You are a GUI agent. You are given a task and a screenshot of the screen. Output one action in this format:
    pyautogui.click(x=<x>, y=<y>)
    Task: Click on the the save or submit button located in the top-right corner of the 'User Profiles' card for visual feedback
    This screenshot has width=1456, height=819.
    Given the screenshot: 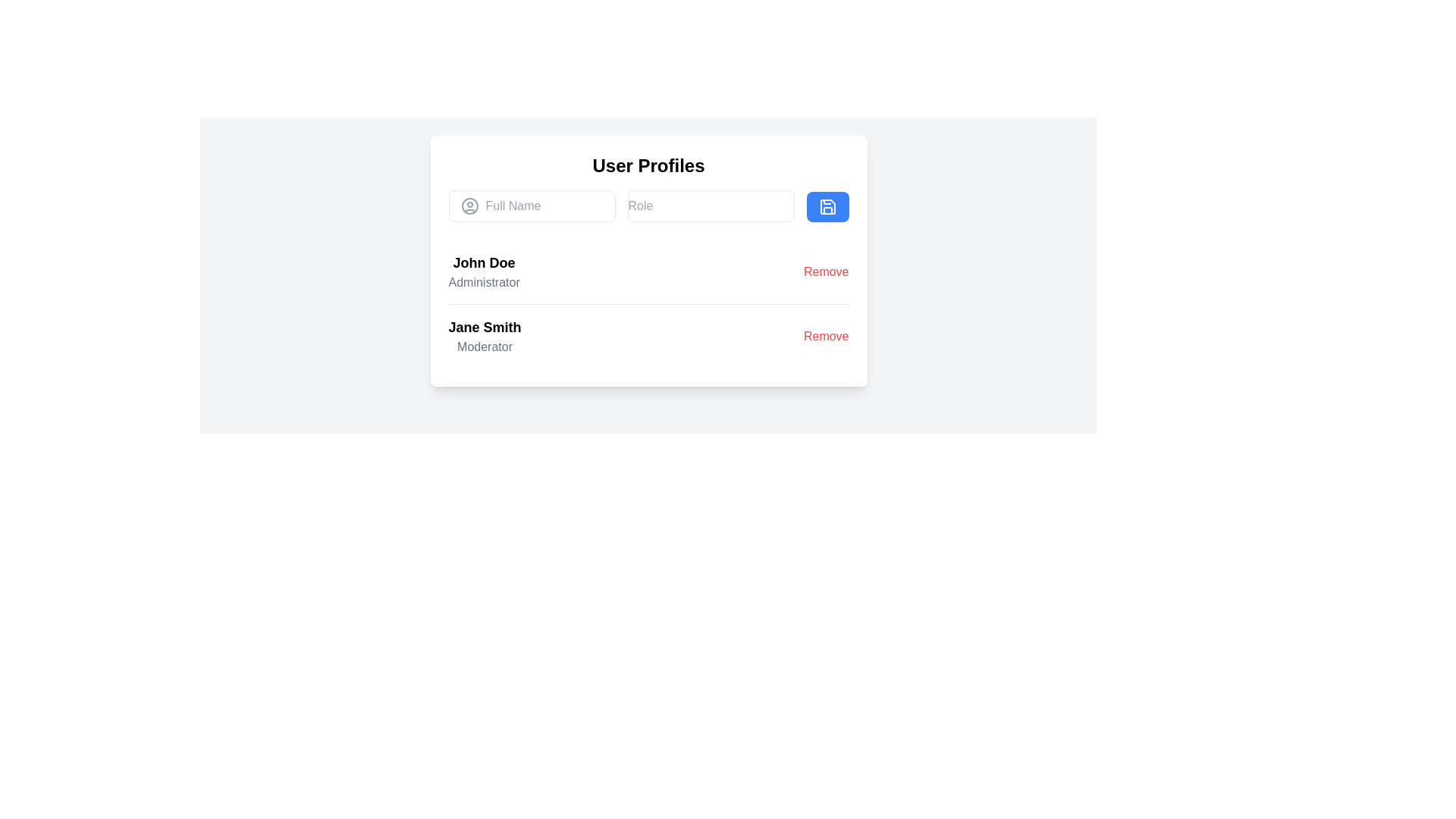 What is the action you would take?
    pyautogui.click(x=827, y=207)
    